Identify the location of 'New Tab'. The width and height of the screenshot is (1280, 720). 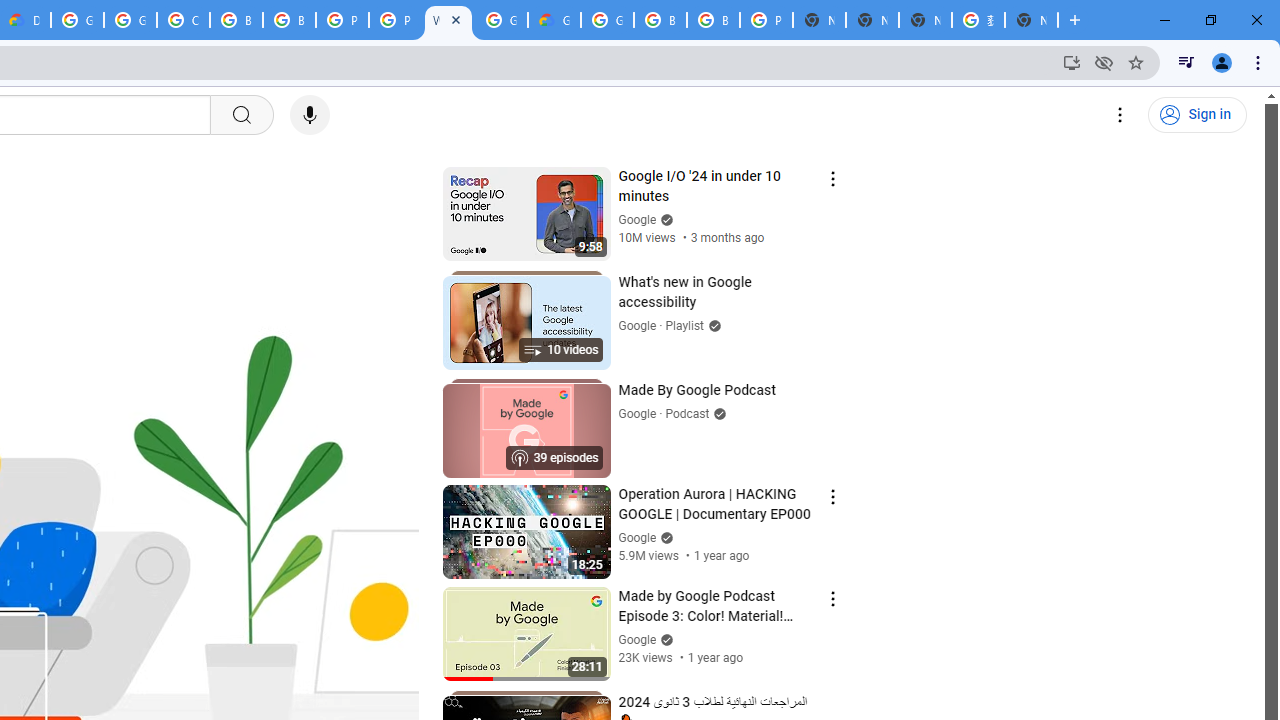
(1031, 20).